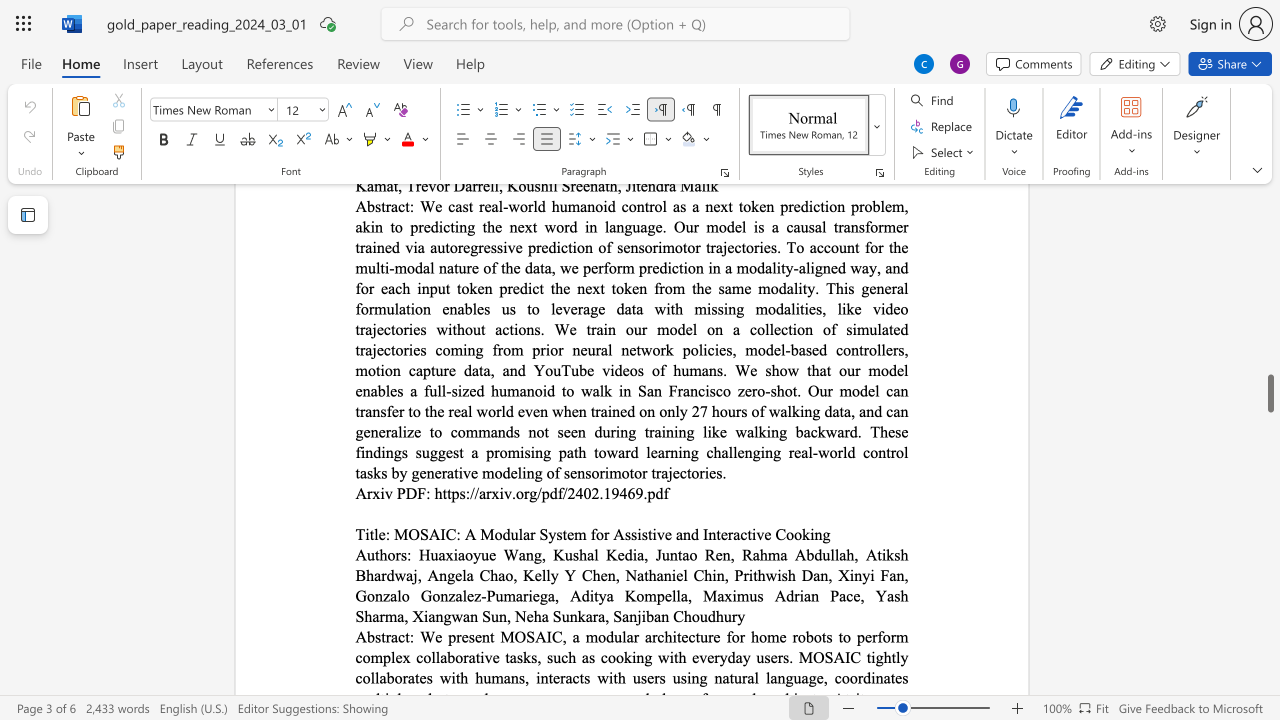  Describe the element at coordinates (1269, 220) in the screenshot. I see `the scrollbar to scroll the page up` at that location.